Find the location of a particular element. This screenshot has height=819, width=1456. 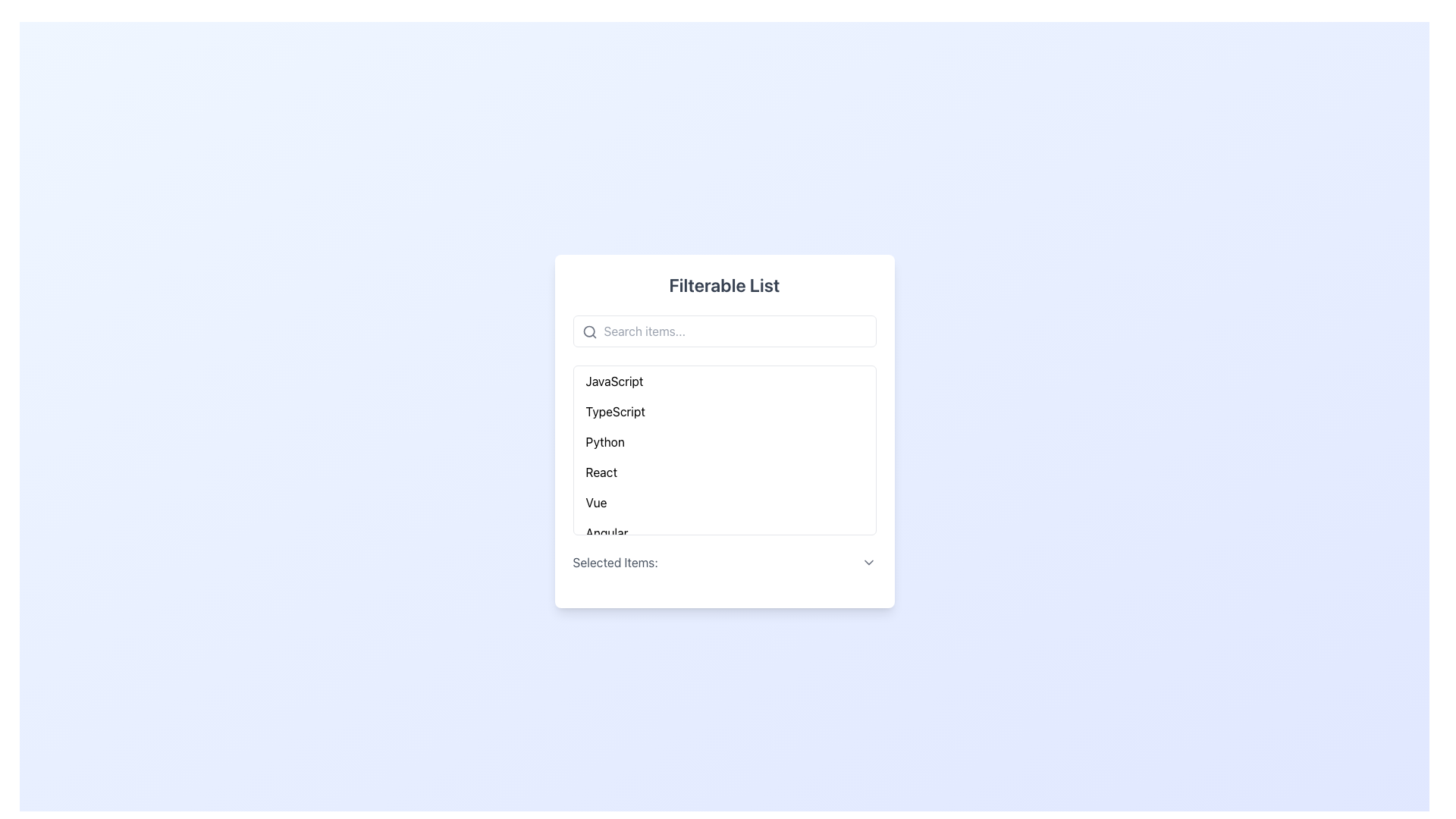

the fifth item in the filterable list titled 'Filterable List', which displays the text 'Vue' is located at coordinates (595, 503).